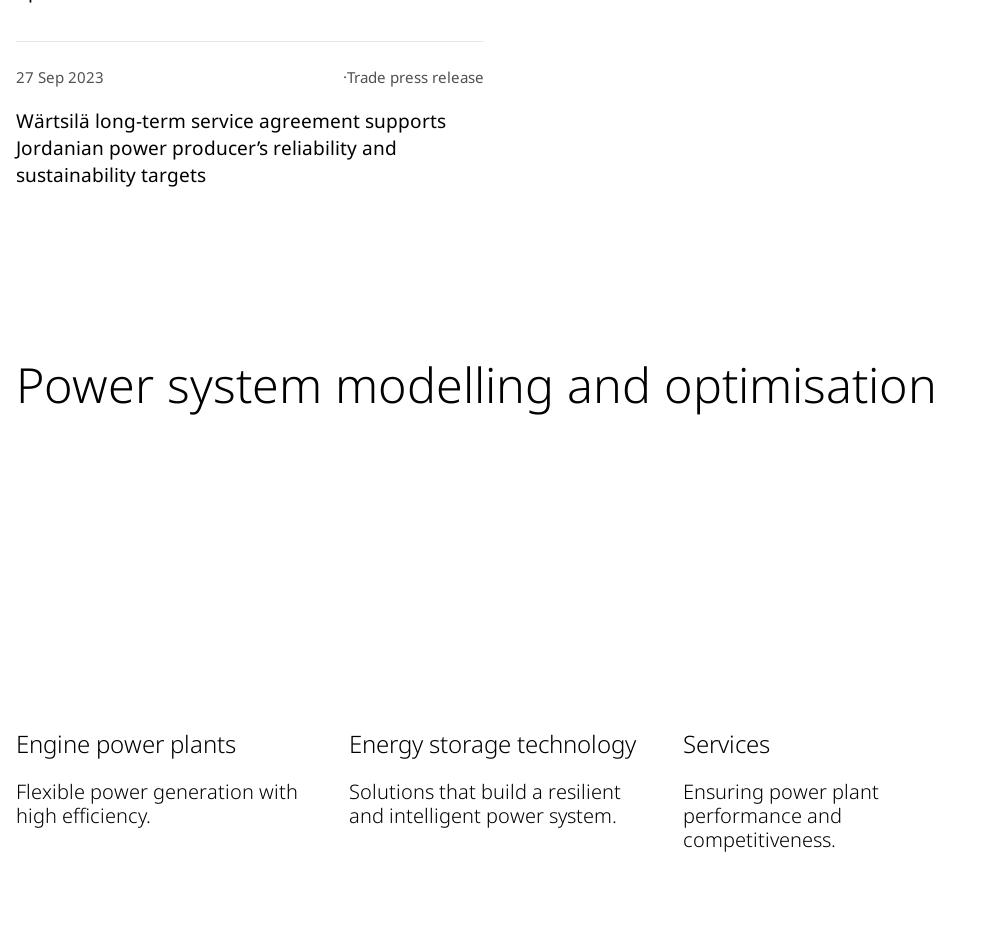  I want to click on 'Trade press release', so click(415, 76).